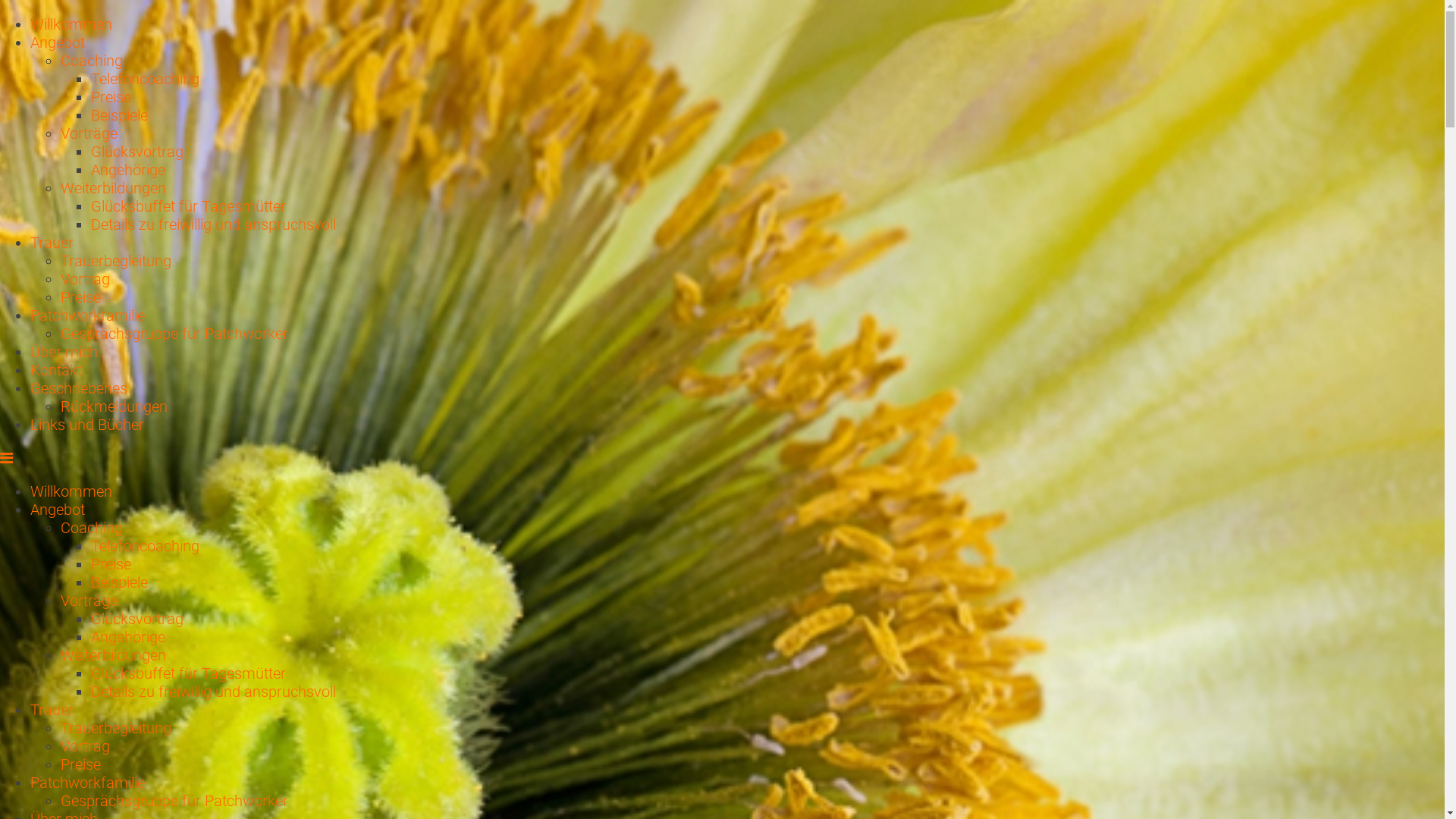 The height and width of the screenshot is (819, 1456). Describe the element at coordinates (212, 691) in the screenshot. I see `'Details zu freiwillig und anspruchsvoll'` at that location.